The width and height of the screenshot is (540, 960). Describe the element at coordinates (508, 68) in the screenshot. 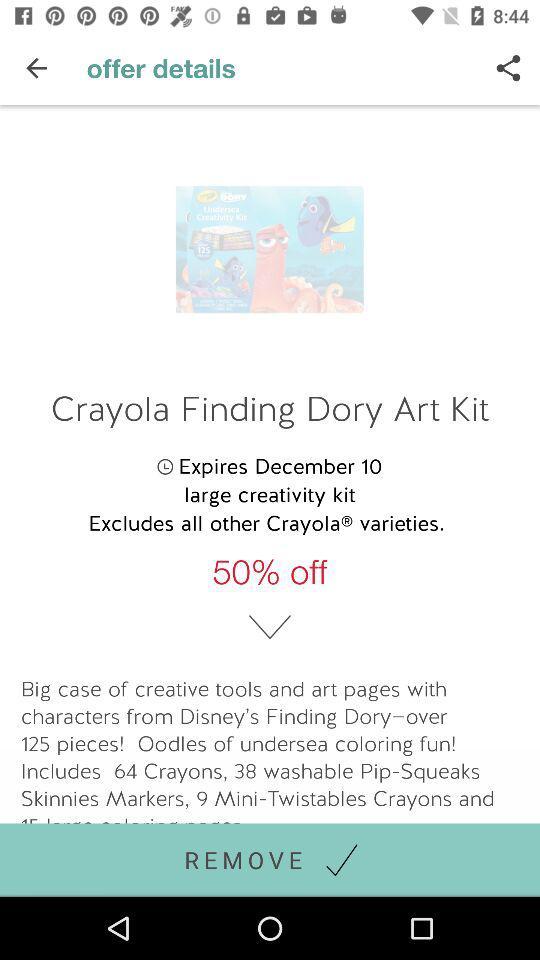

I see `the icon to the right of the offer details` at that location.